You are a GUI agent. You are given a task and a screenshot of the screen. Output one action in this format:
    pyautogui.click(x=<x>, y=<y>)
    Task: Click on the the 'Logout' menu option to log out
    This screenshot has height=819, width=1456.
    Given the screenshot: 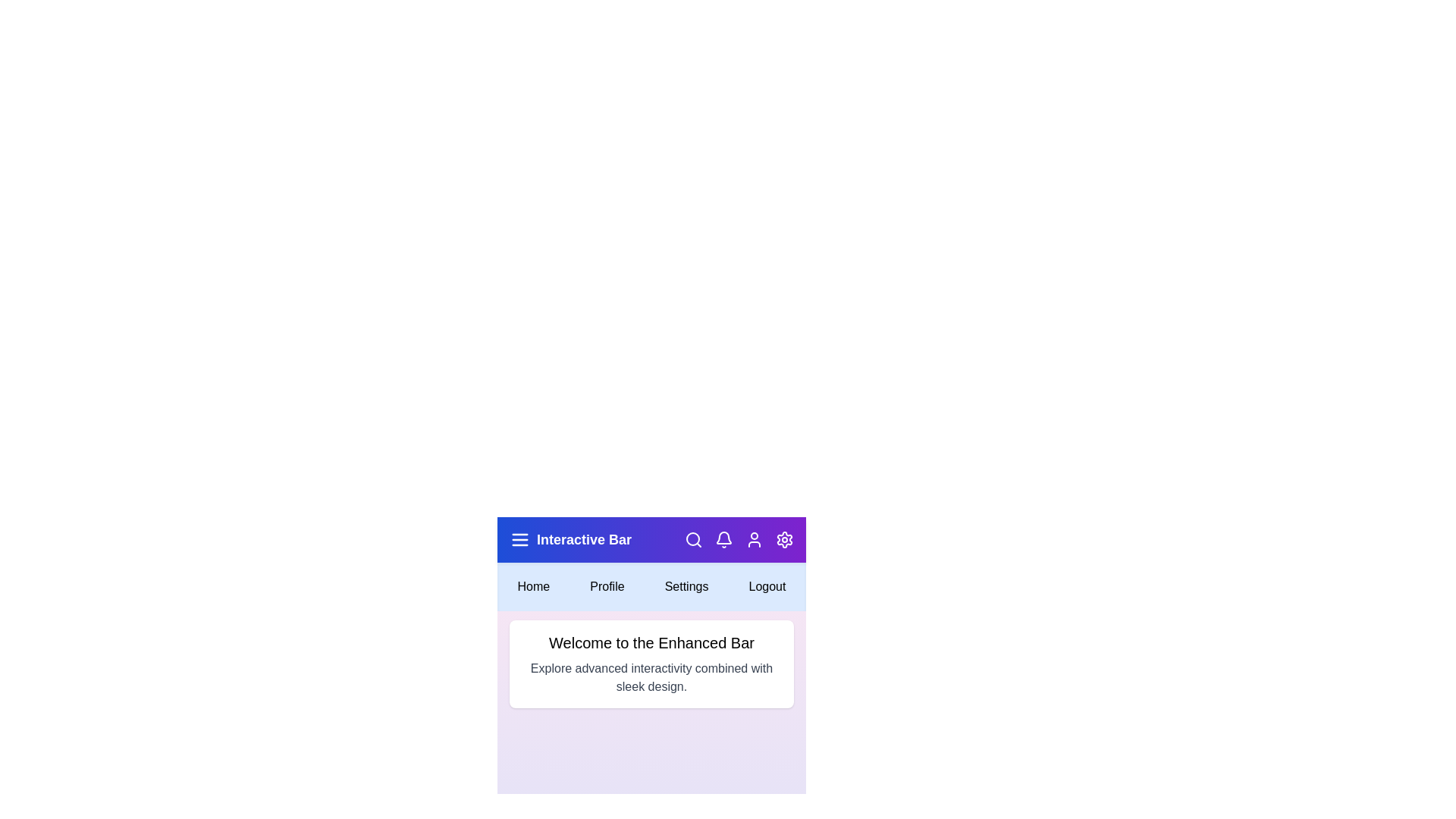 What is the action you would take?
    pyautogui.click(x=767, y=586)
    